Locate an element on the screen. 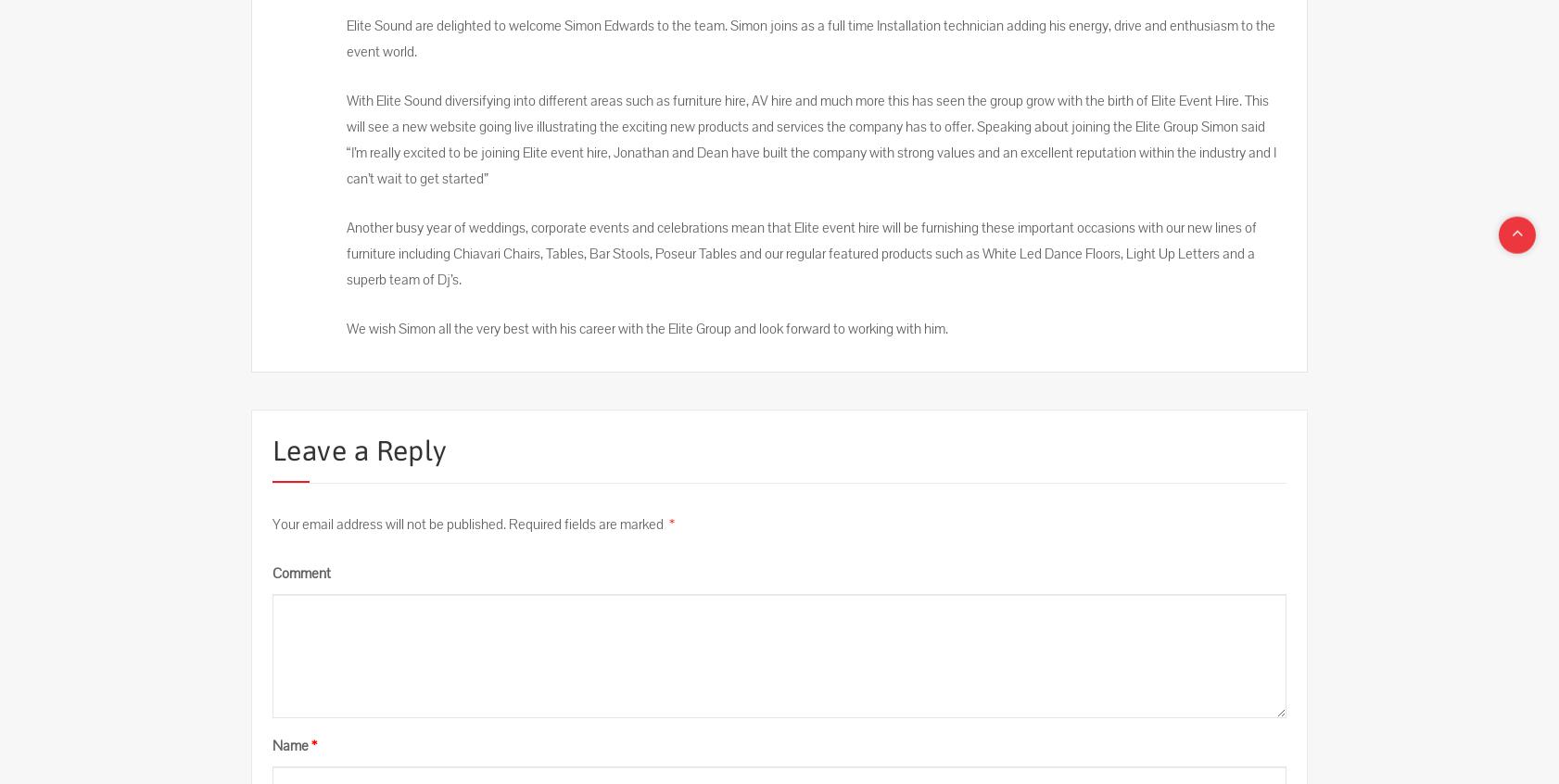  'We wish Simon all the very best with his career with the Elite Group and look forward to working with him.' is located at coordinates (346, 328).